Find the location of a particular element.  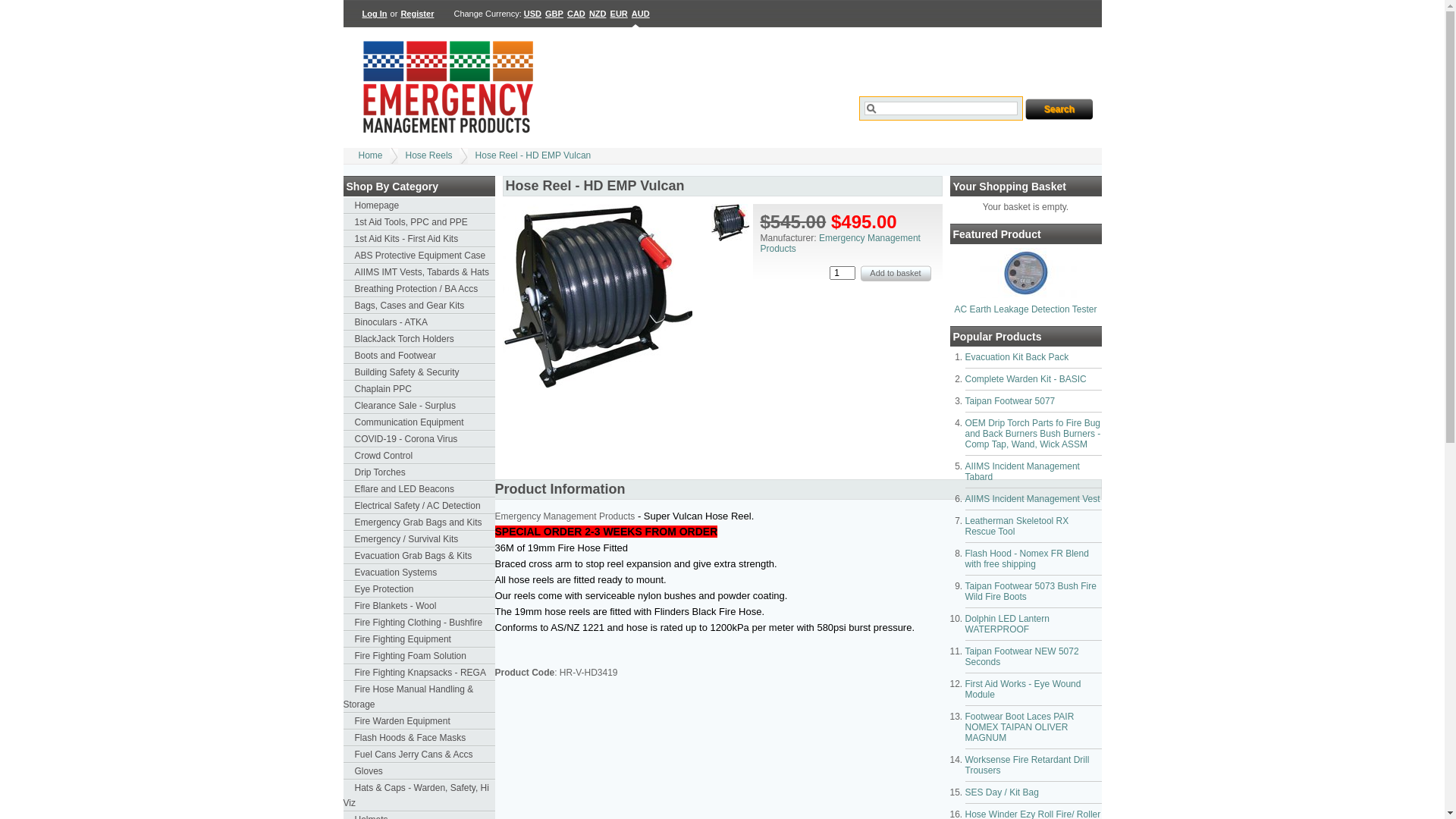

'NZD' is located at coordinates (597, 14).